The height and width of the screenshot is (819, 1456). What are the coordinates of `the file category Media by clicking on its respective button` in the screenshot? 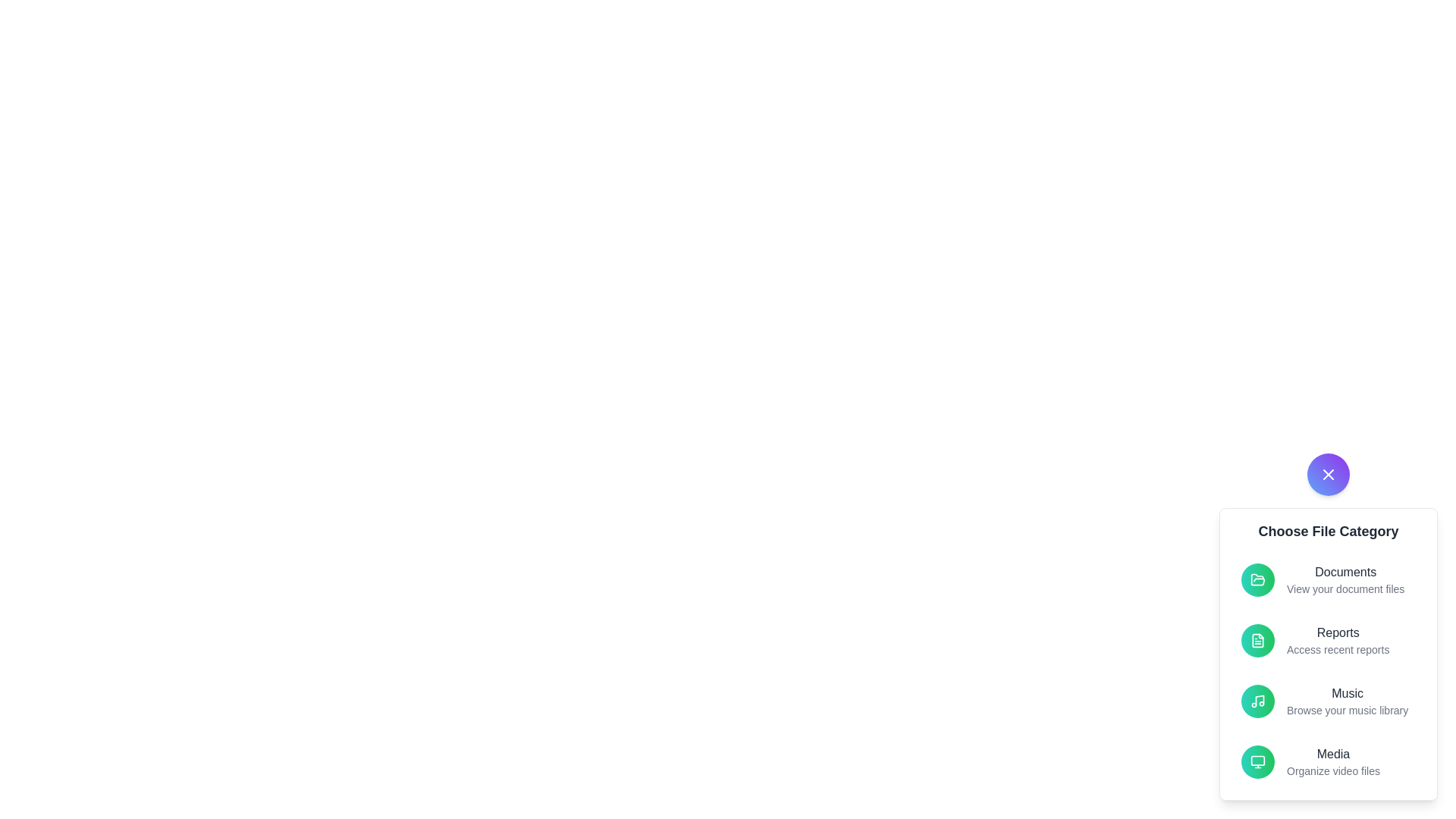 It's located at (1258, 762).